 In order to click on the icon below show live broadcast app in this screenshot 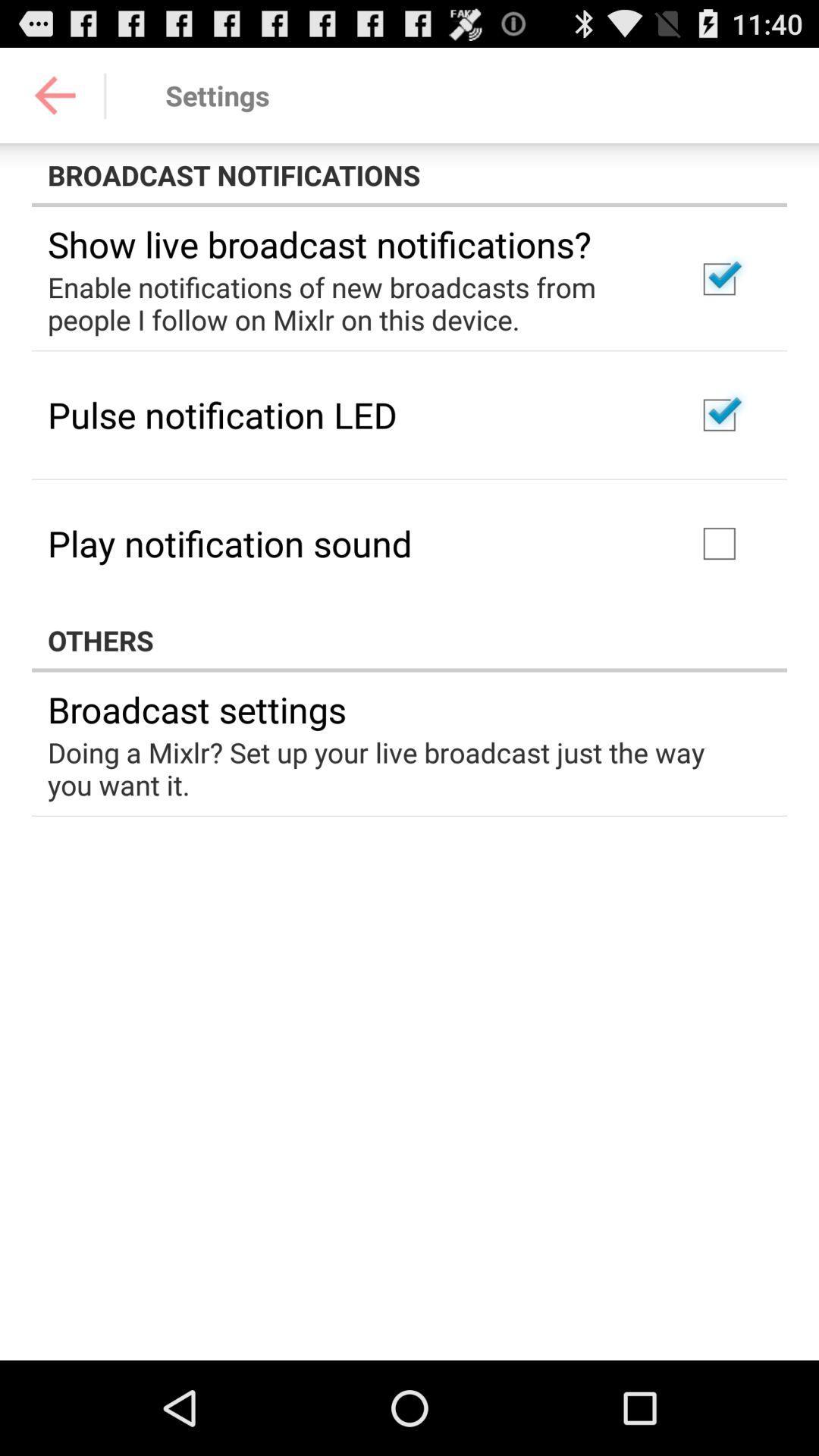, I will do `click(351, 303)`.